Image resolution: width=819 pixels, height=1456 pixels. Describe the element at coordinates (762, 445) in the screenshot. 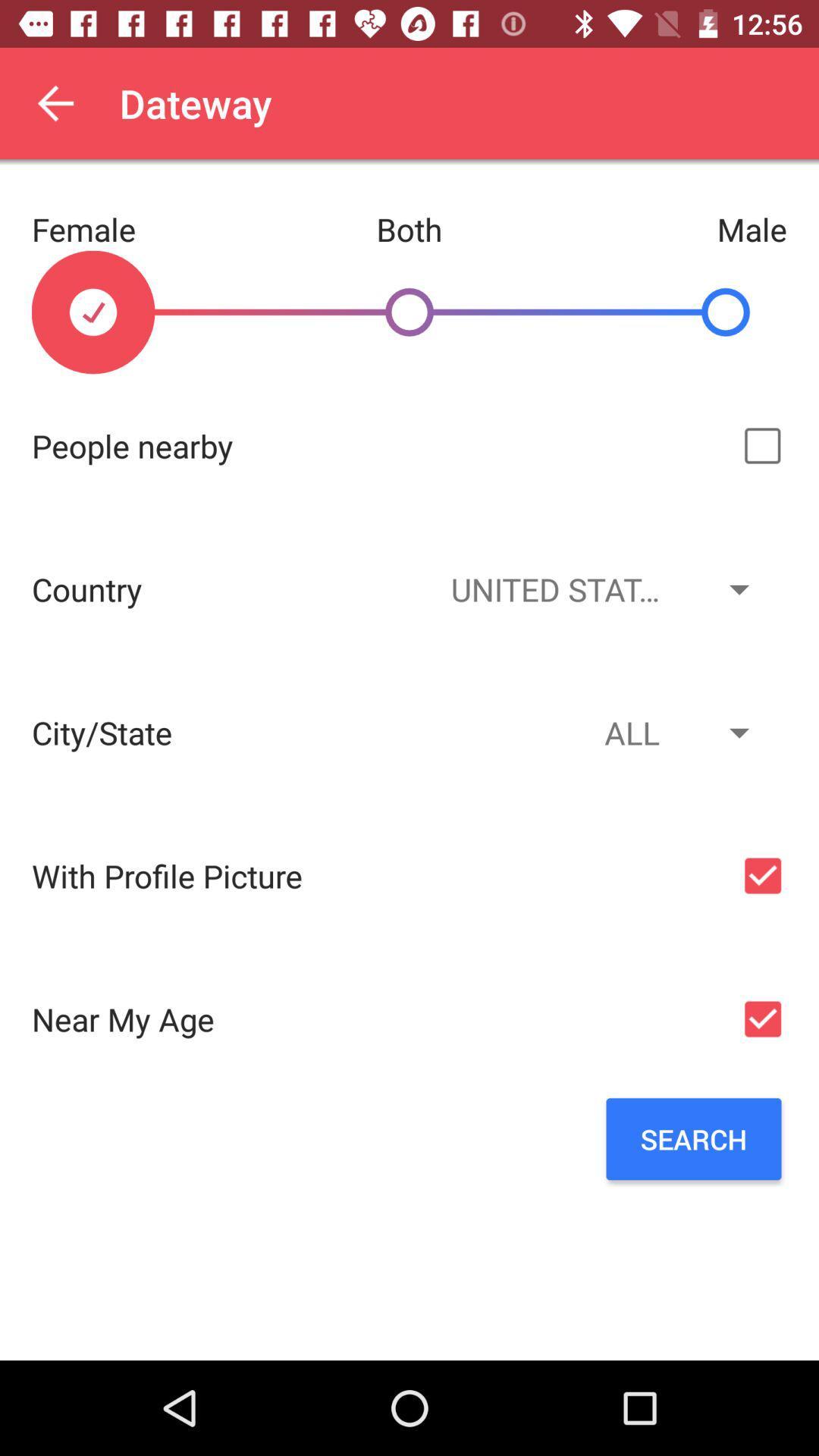

I see `people nearby check` at that location.